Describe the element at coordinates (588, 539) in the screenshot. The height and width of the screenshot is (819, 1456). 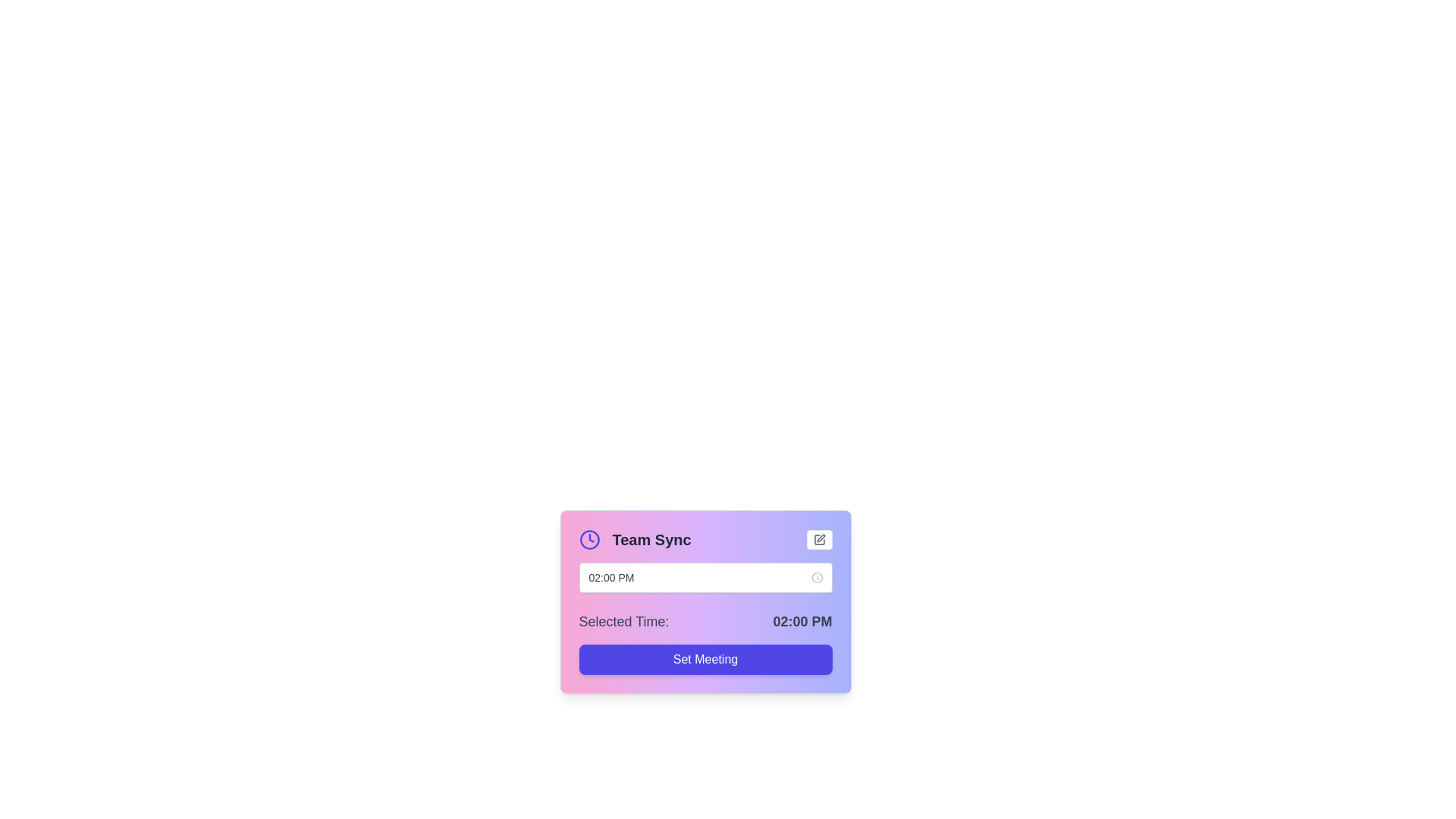
I see `the indigo clock icon located at the top-left corner of the 'Team Sync' card` at that location.